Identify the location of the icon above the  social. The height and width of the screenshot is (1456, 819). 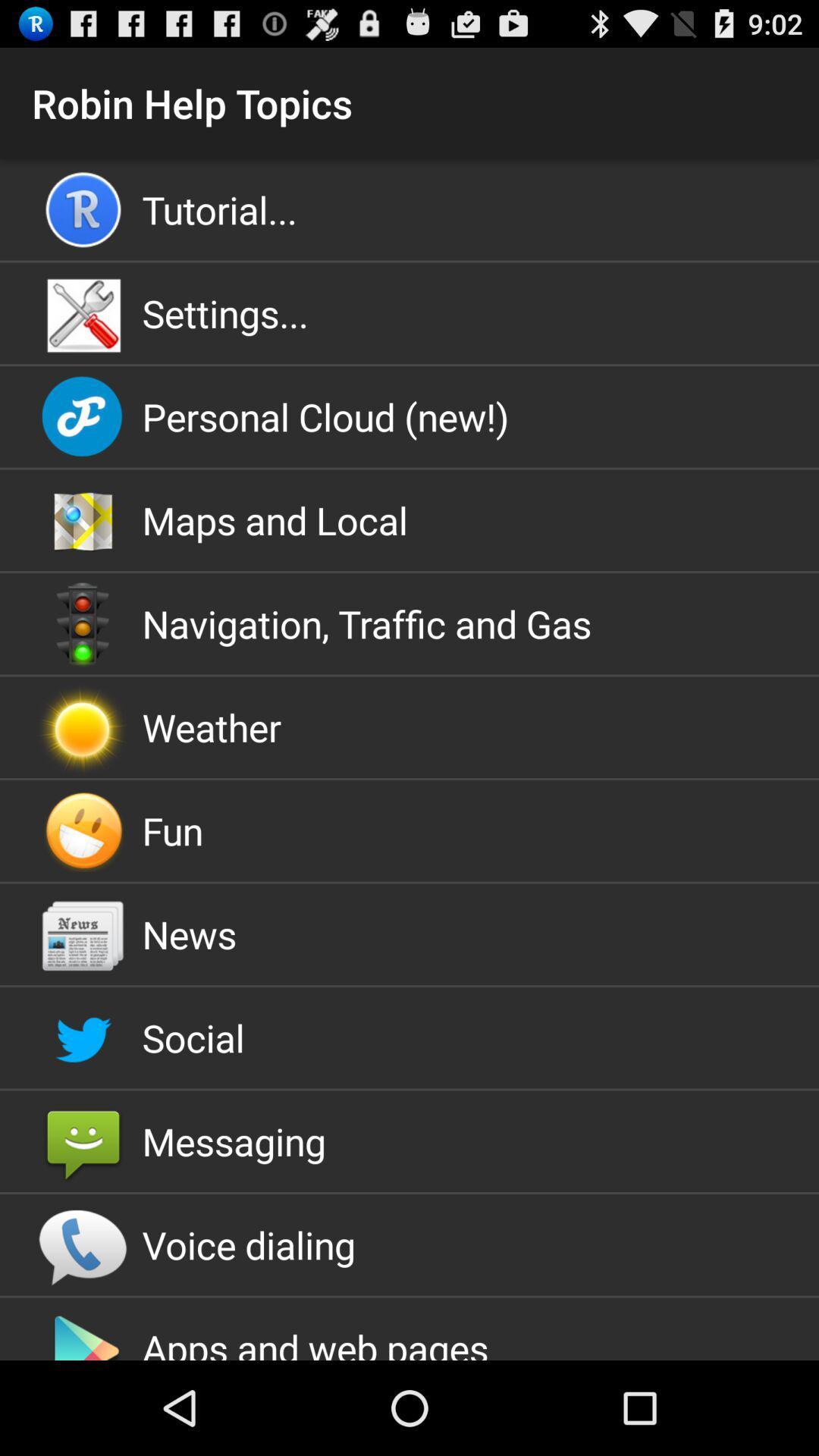
(409, 934).